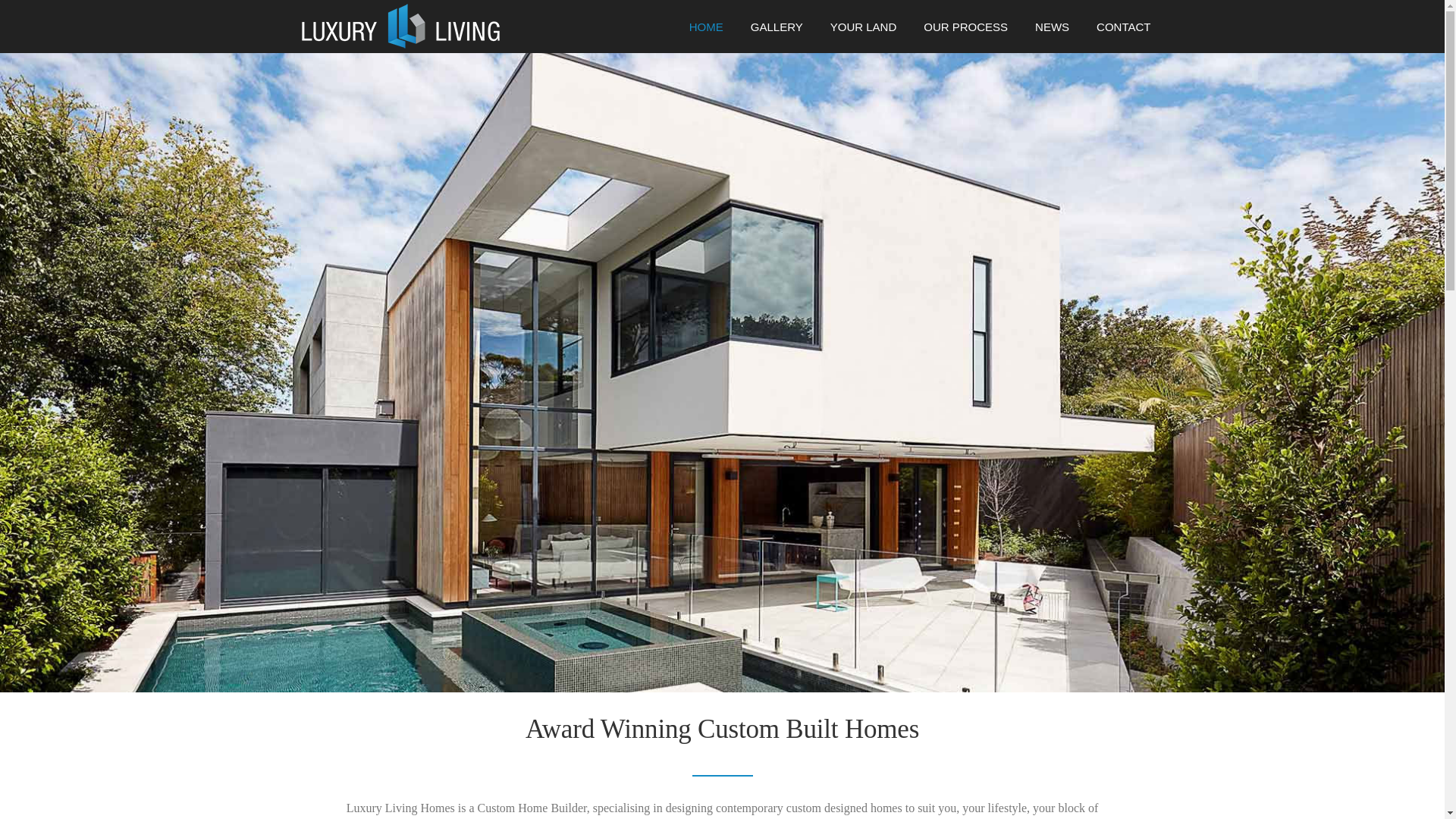  What do you see at coordinates (863, 33) in the screenshot?
I see `'YOUR LAND'` at bounding box center [863, 33].